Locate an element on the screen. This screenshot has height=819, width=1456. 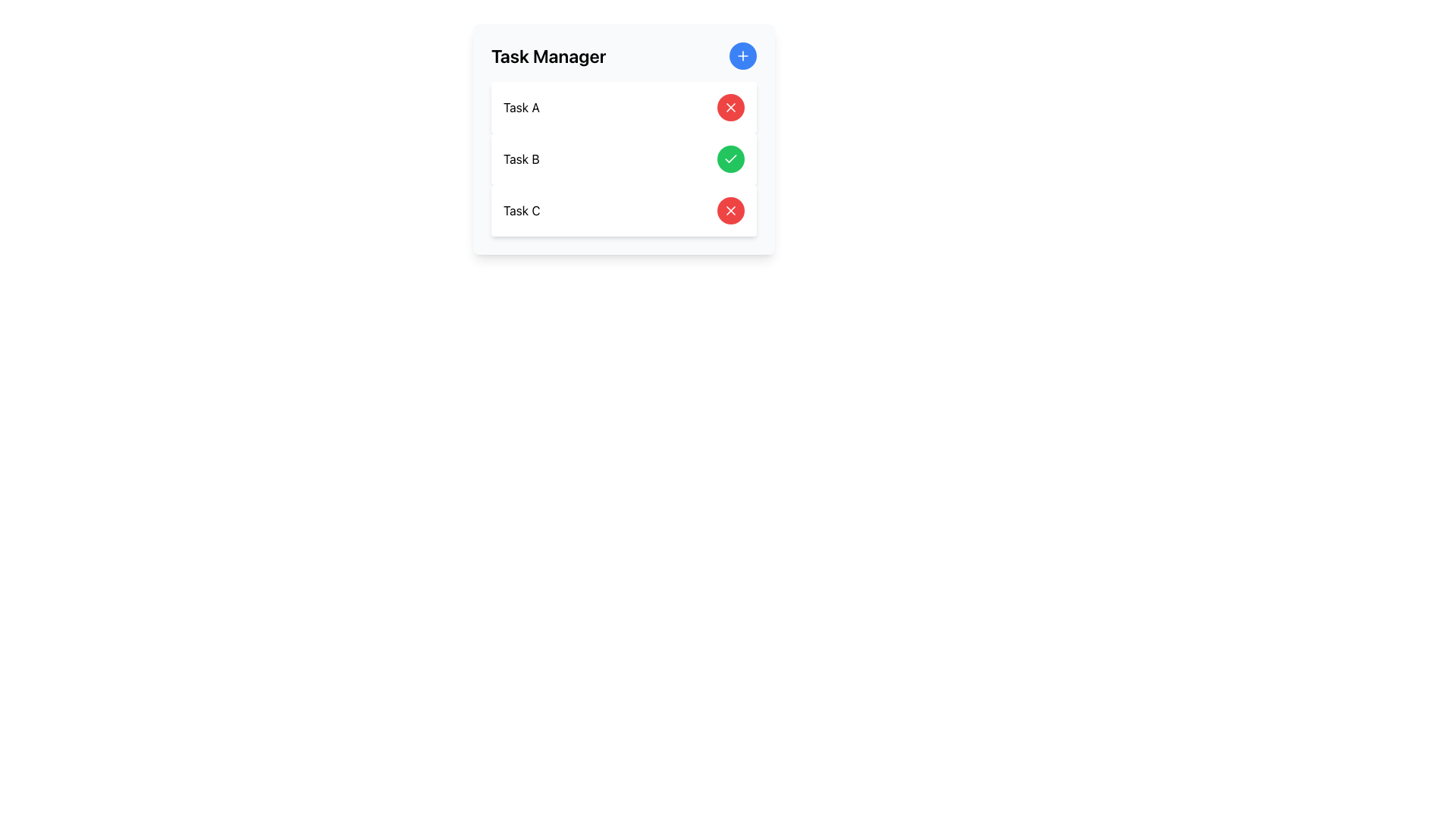
the red diagonal cross icon inside the circular button is located at coordinates (731, 107).